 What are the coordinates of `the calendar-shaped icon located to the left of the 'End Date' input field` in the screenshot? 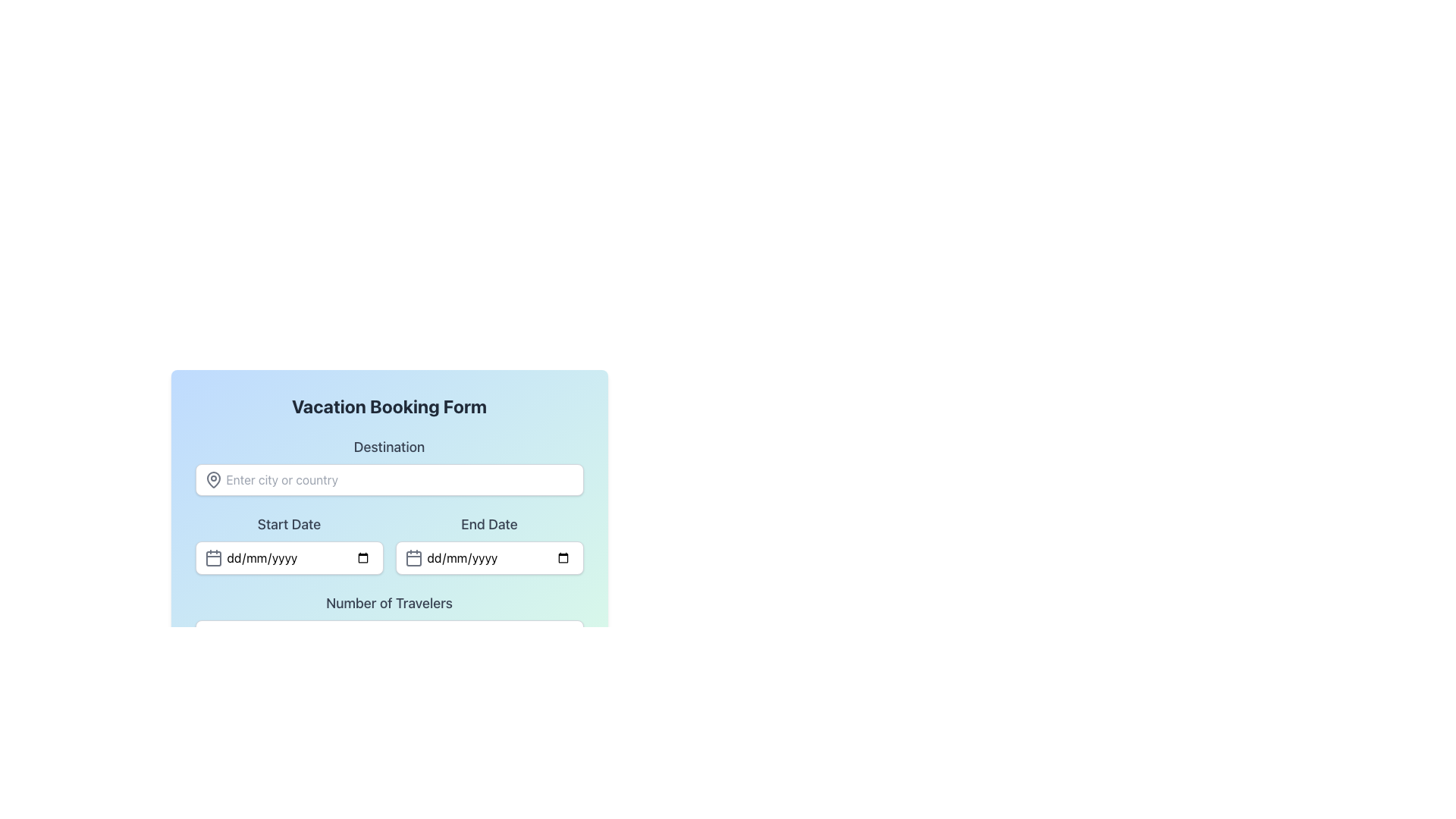 It's located at (413, 558).